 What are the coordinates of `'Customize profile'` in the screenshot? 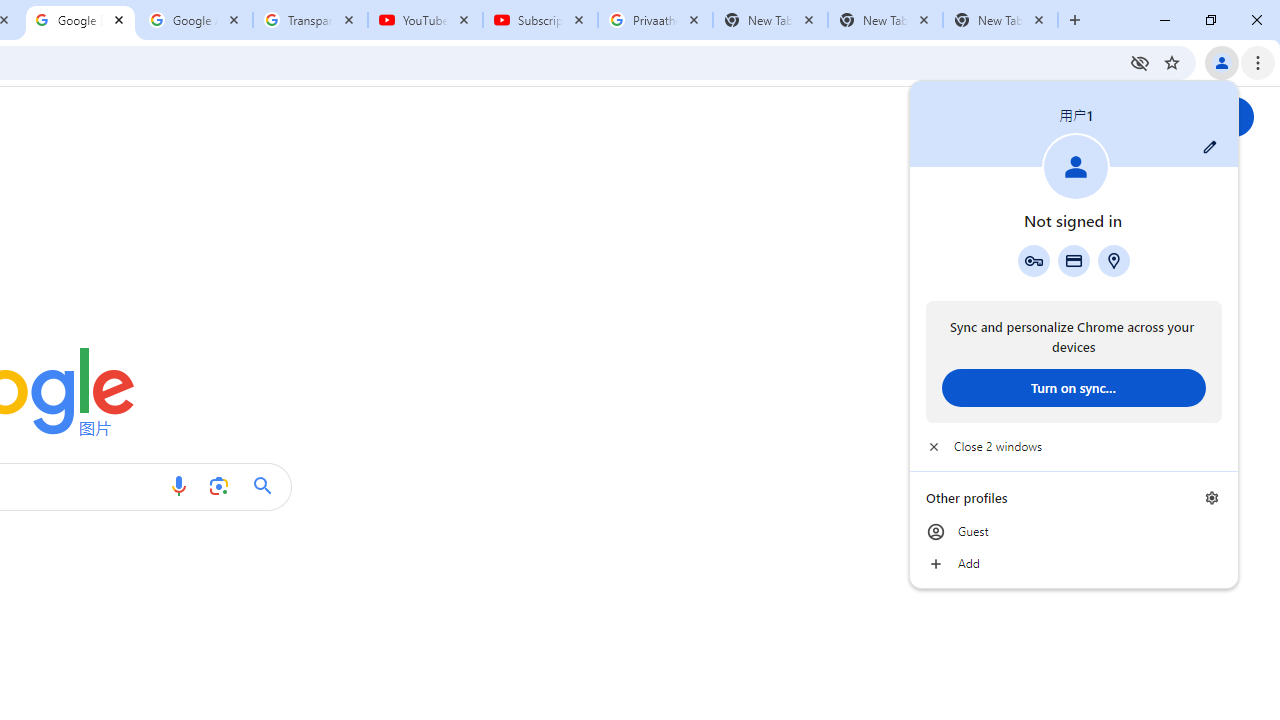 It's located at (1209, 146).